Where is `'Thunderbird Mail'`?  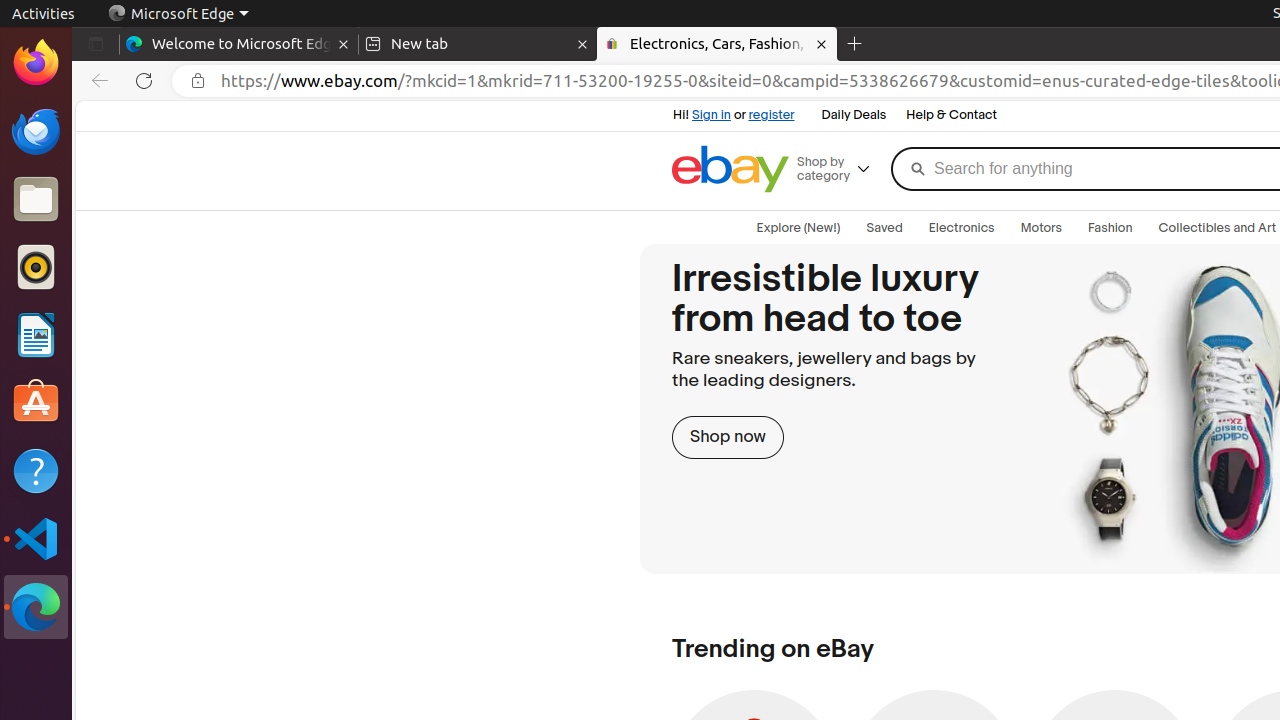
'Thunderbird Mail' is located at coordinates (35, 130).